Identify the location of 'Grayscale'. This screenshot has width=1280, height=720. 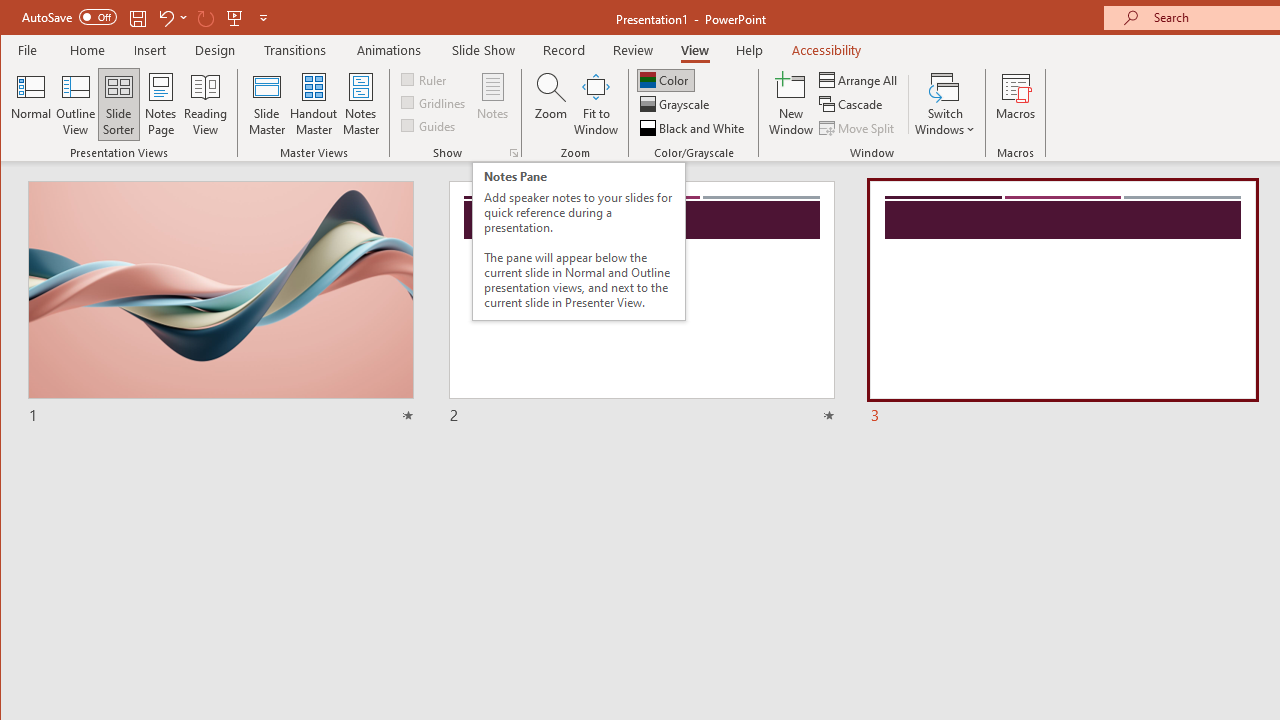
(676, 104).